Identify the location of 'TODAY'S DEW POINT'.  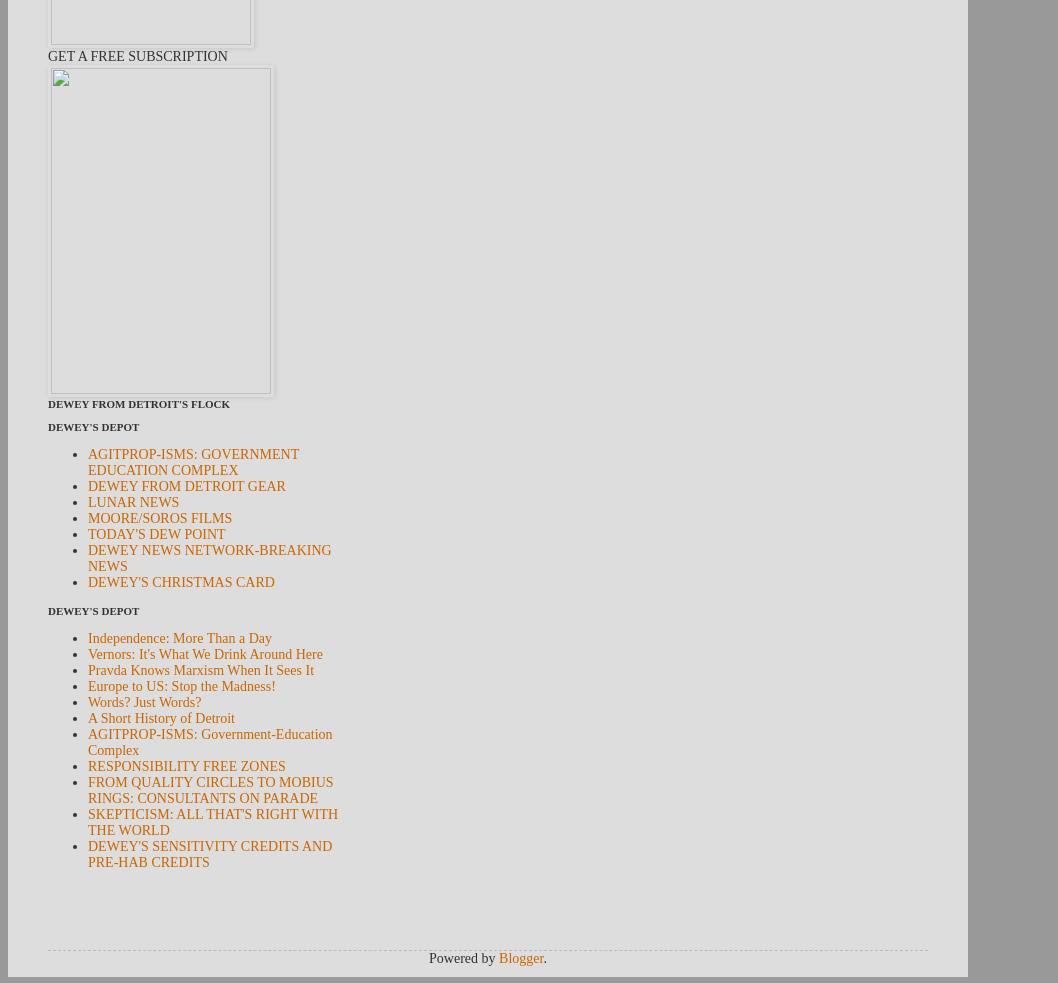
(88, 534).